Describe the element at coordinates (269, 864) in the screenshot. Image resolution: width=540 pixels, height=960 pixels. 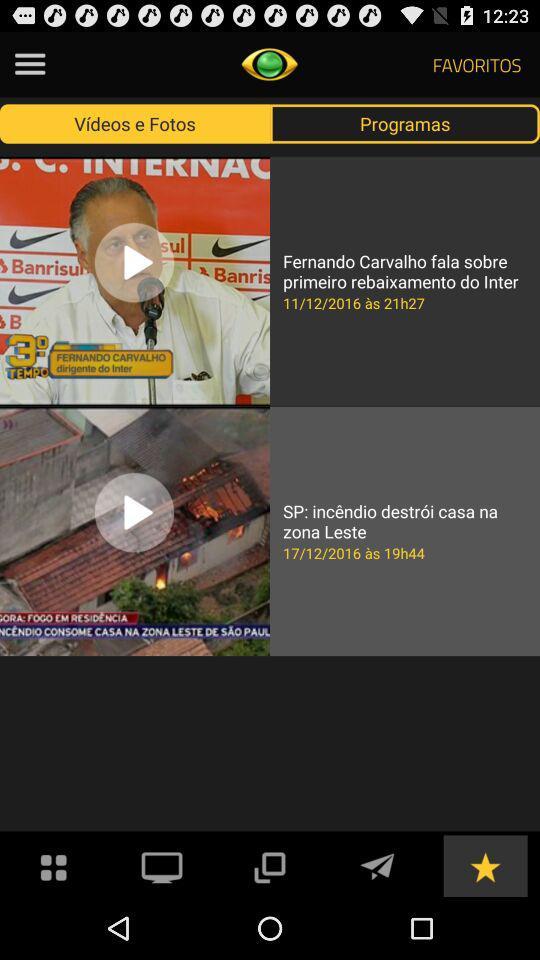
I see `more pages` at that location.